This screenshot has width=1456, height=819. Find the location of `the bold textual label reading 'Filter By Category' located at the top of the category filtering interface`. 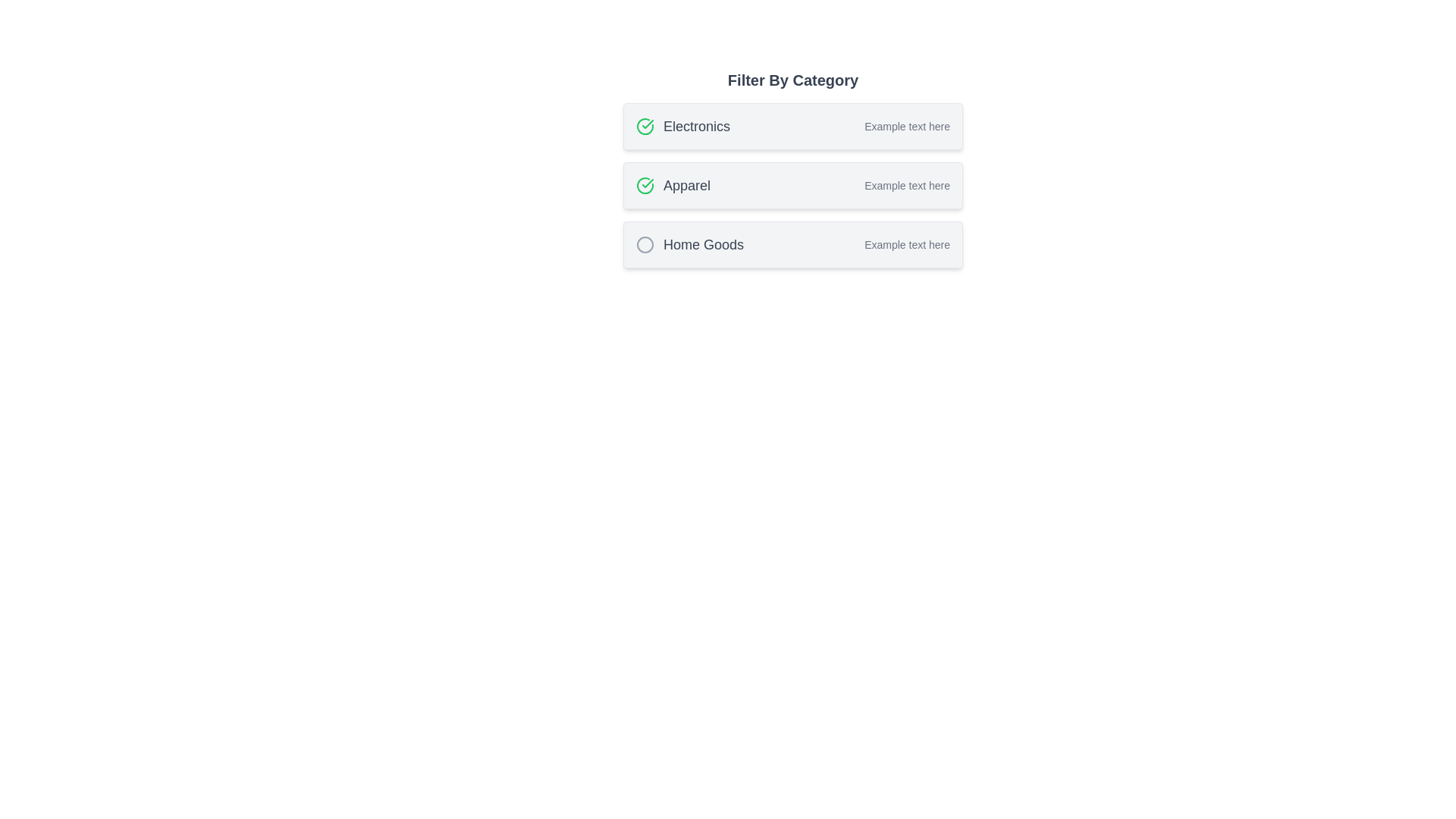

the bold textual label reading 'Filter By Category' located at the top of the category filtering interface is located at coordinates (792, 80).